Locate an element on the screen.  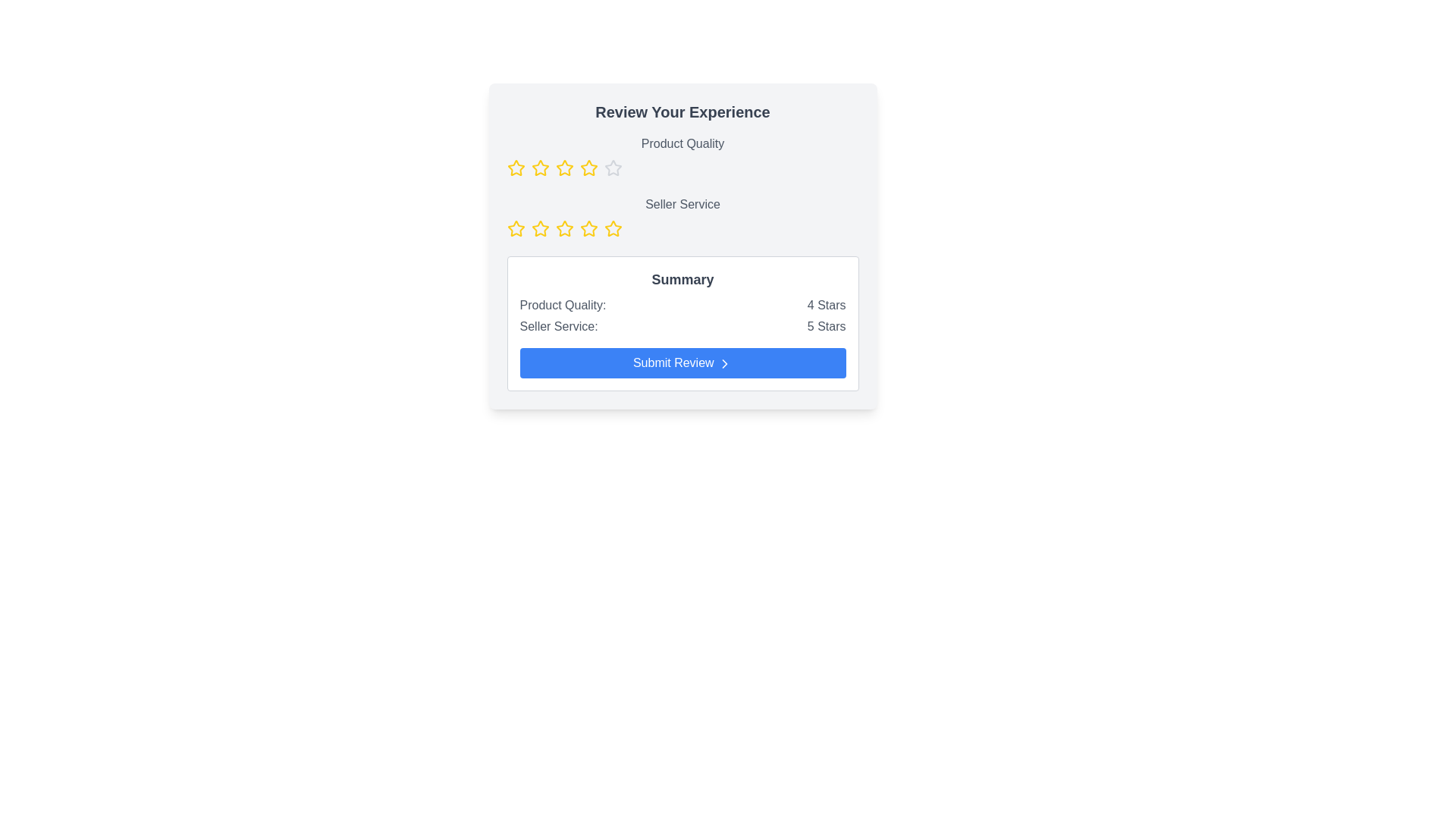
the text label displaying 'Product Quality:' in gray font, located in the top-left corner of the 'Summary' section is located at coordinates (562, 305).